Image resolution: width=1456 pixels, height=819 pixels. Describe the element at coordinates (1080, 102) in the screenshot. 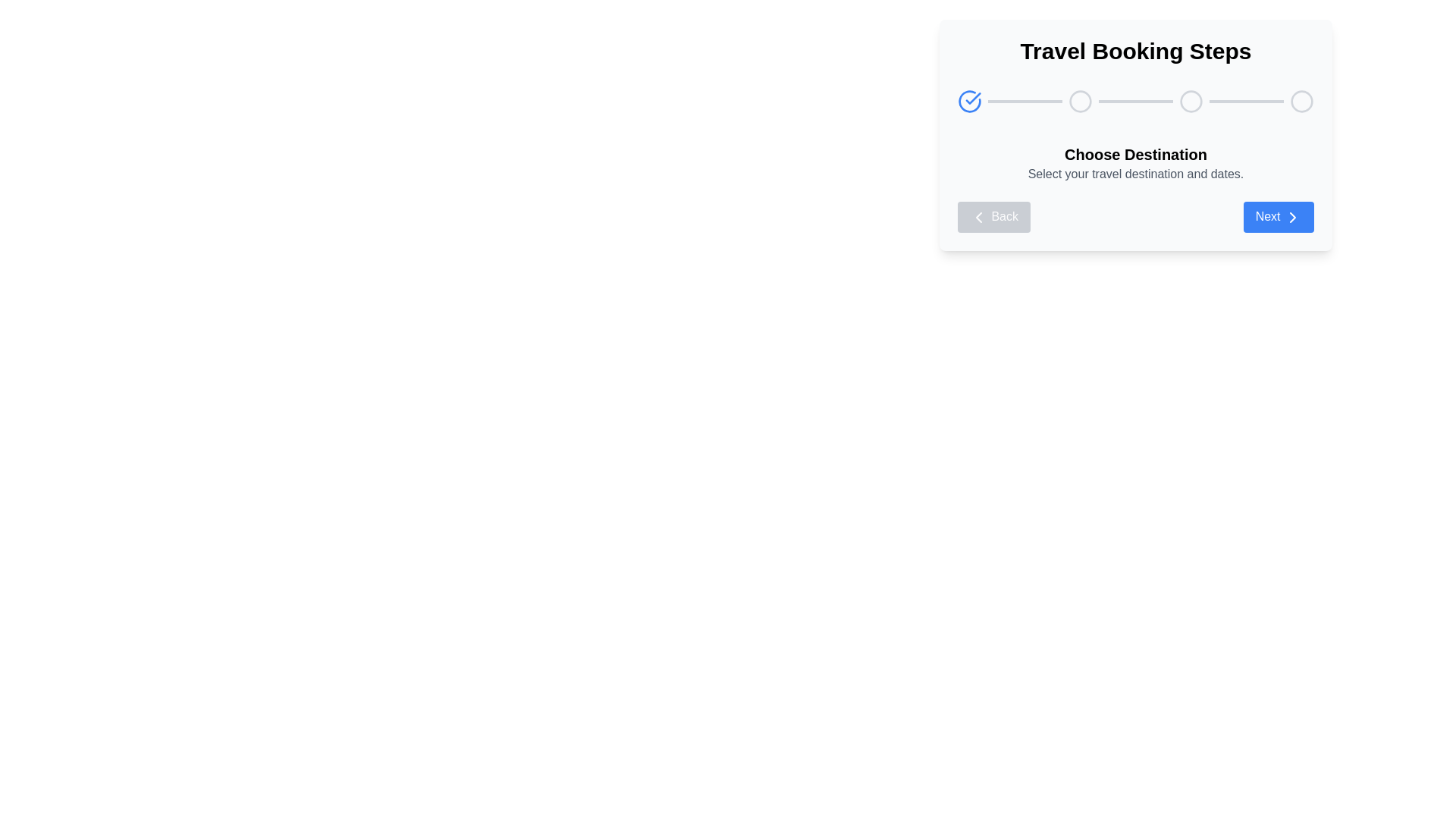

I see `the second circular progress indicator with a gray border in the step-based interface, located above the text 'Choose Destination'` at that location.